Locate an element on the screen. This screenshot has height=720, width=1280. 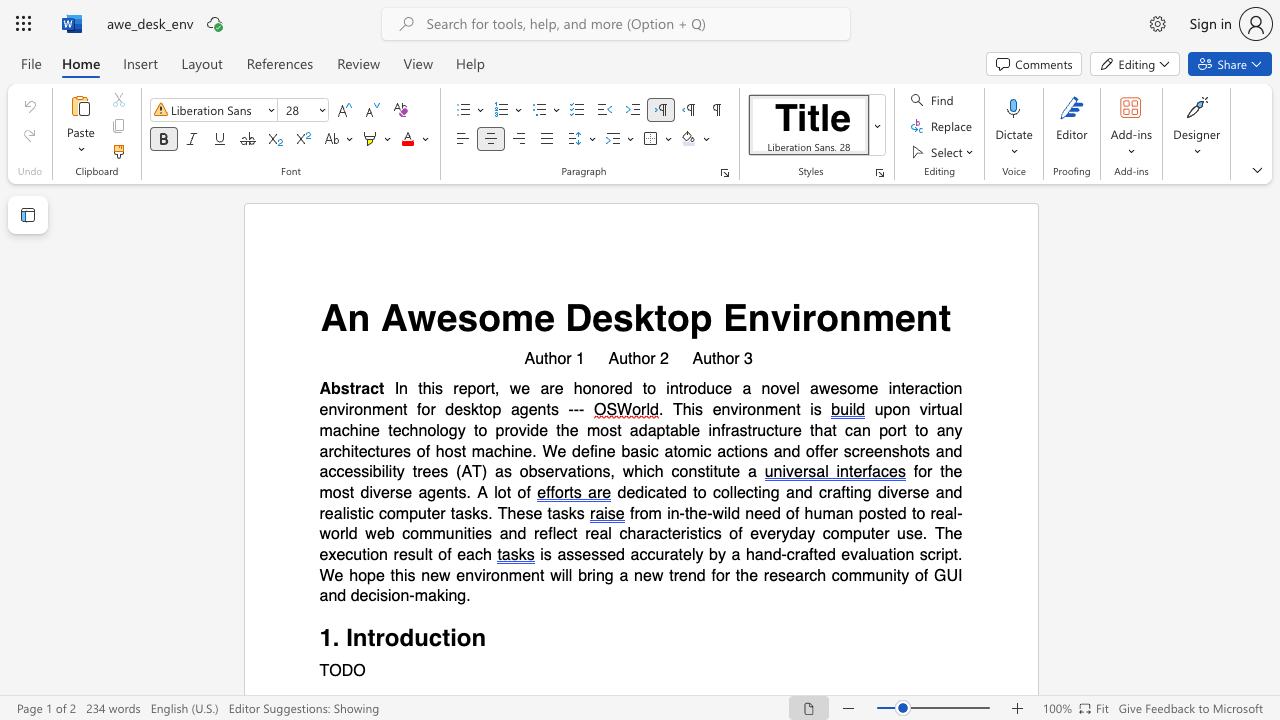
the subset text "ironme" within the text "new environment" is located at coordinates (482, 575).